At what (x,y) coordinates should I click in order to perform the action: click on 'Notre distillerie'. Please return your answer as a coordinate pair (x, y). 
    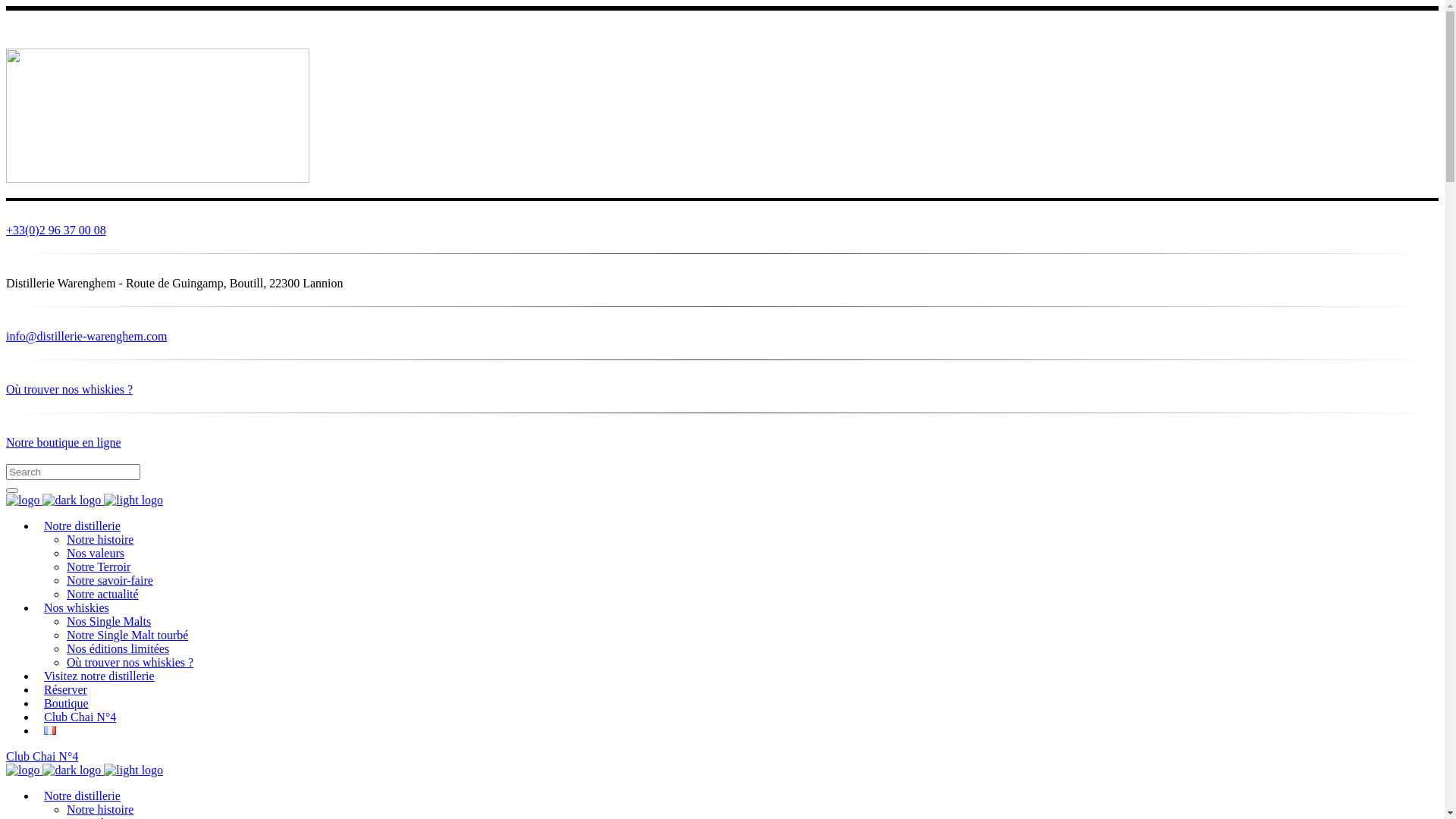
    Looking at the image, I should click on (81, 795).